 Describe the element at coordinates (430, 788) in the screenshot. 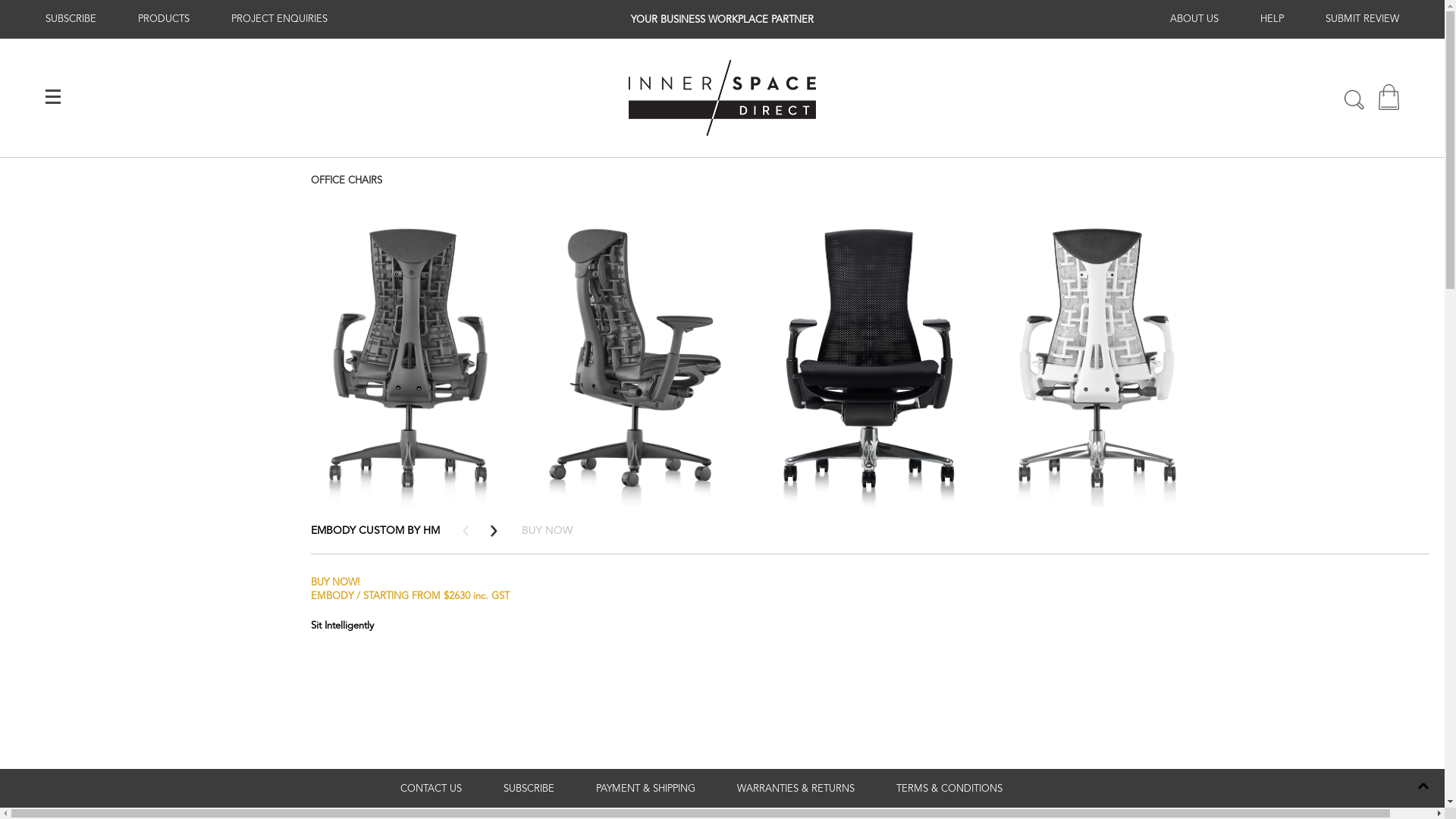

I see `'CONTACT US'` at that location.